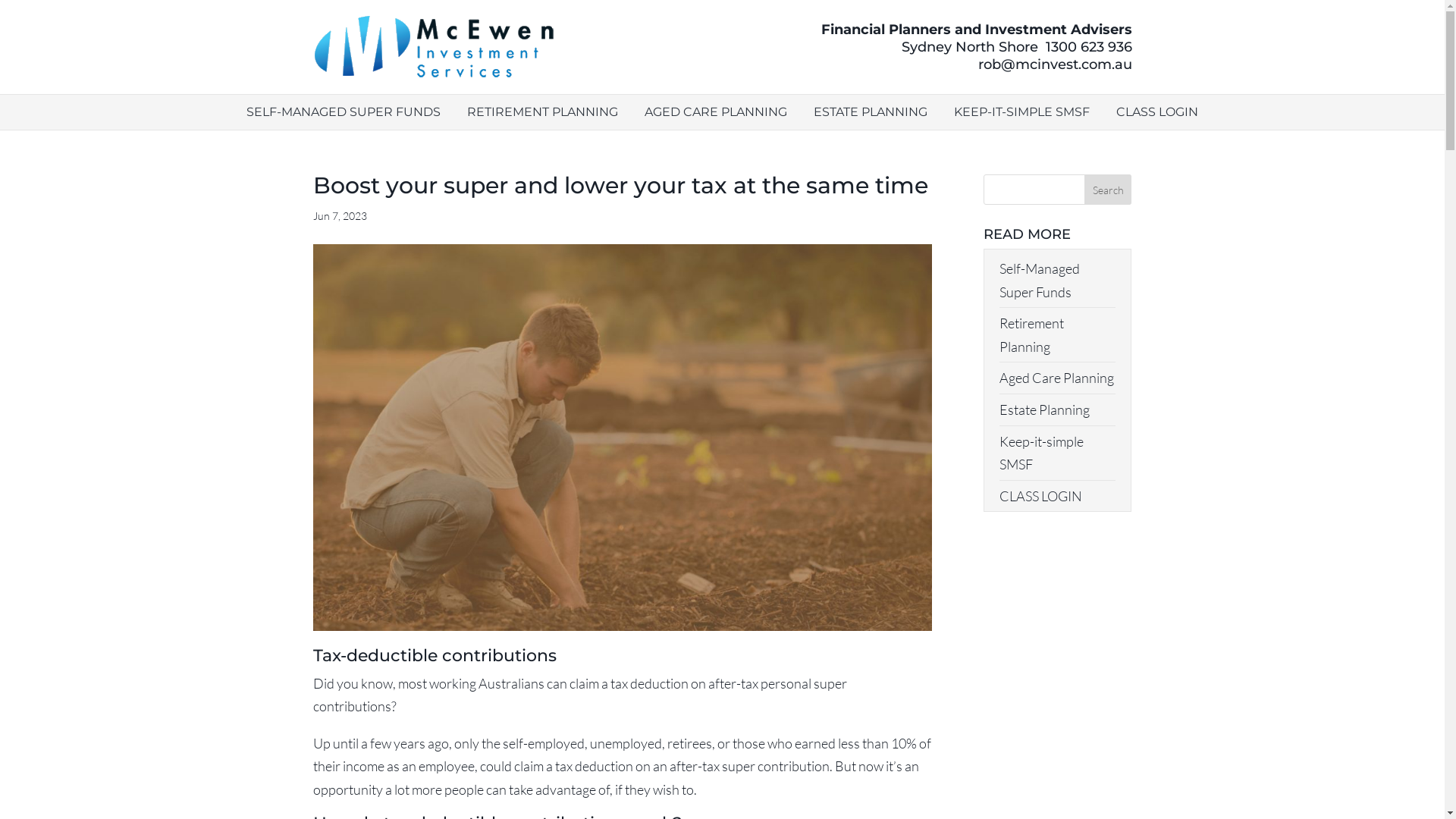  What do you see at coordinates (1087, 45) in the screenshot?
I see `'1300 623 936'` at bounding box center [1087, 45].